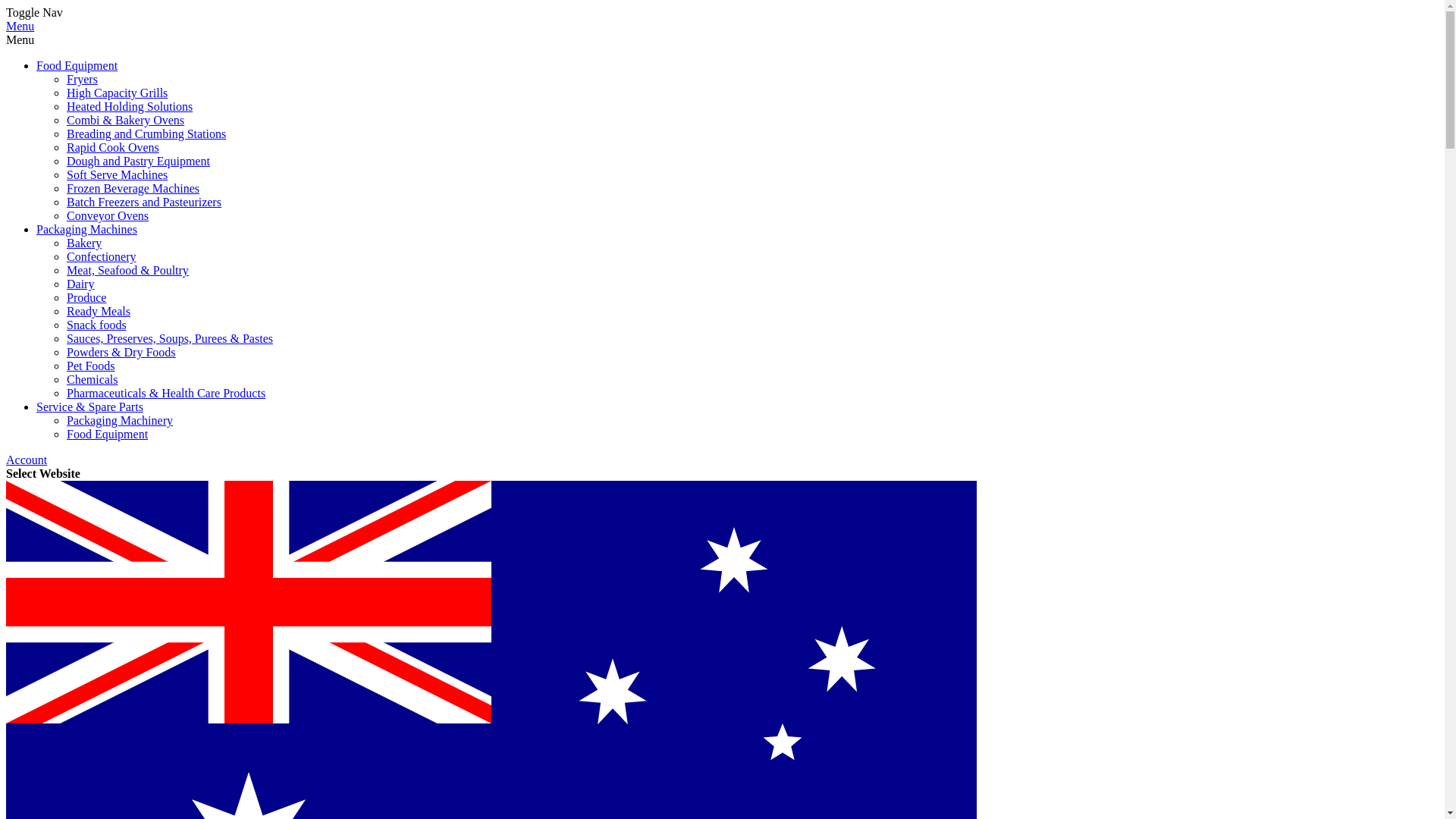  Describe the element at coordinates (65, 79) in the screenshot. I see `'Fryers'` at that location.